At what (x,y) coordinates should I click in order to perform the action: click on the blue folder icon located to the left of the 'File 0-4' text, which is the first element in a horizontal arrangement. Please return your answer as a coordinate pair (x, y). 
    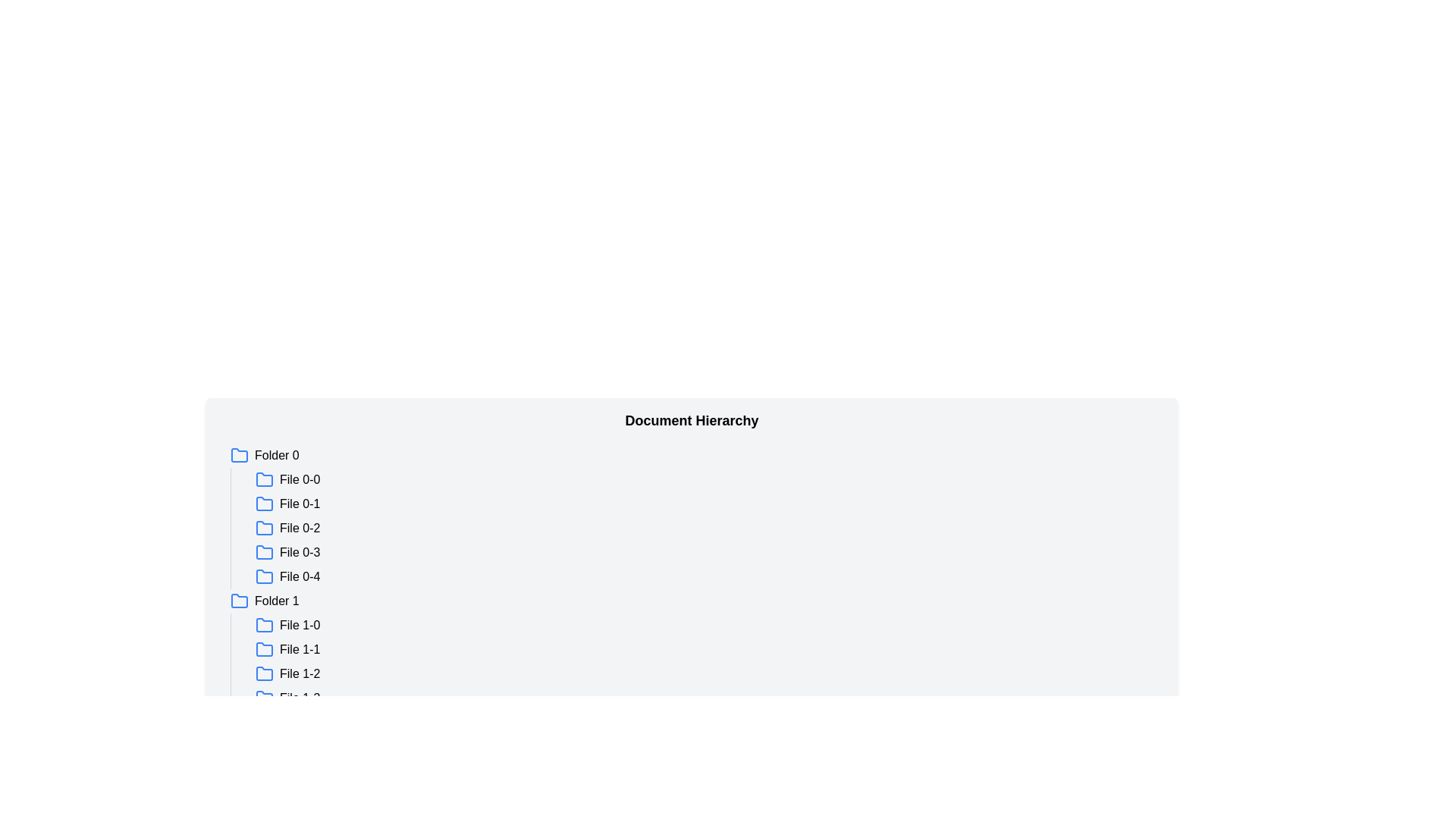
    Looking at the image, I should click on (265, 576).